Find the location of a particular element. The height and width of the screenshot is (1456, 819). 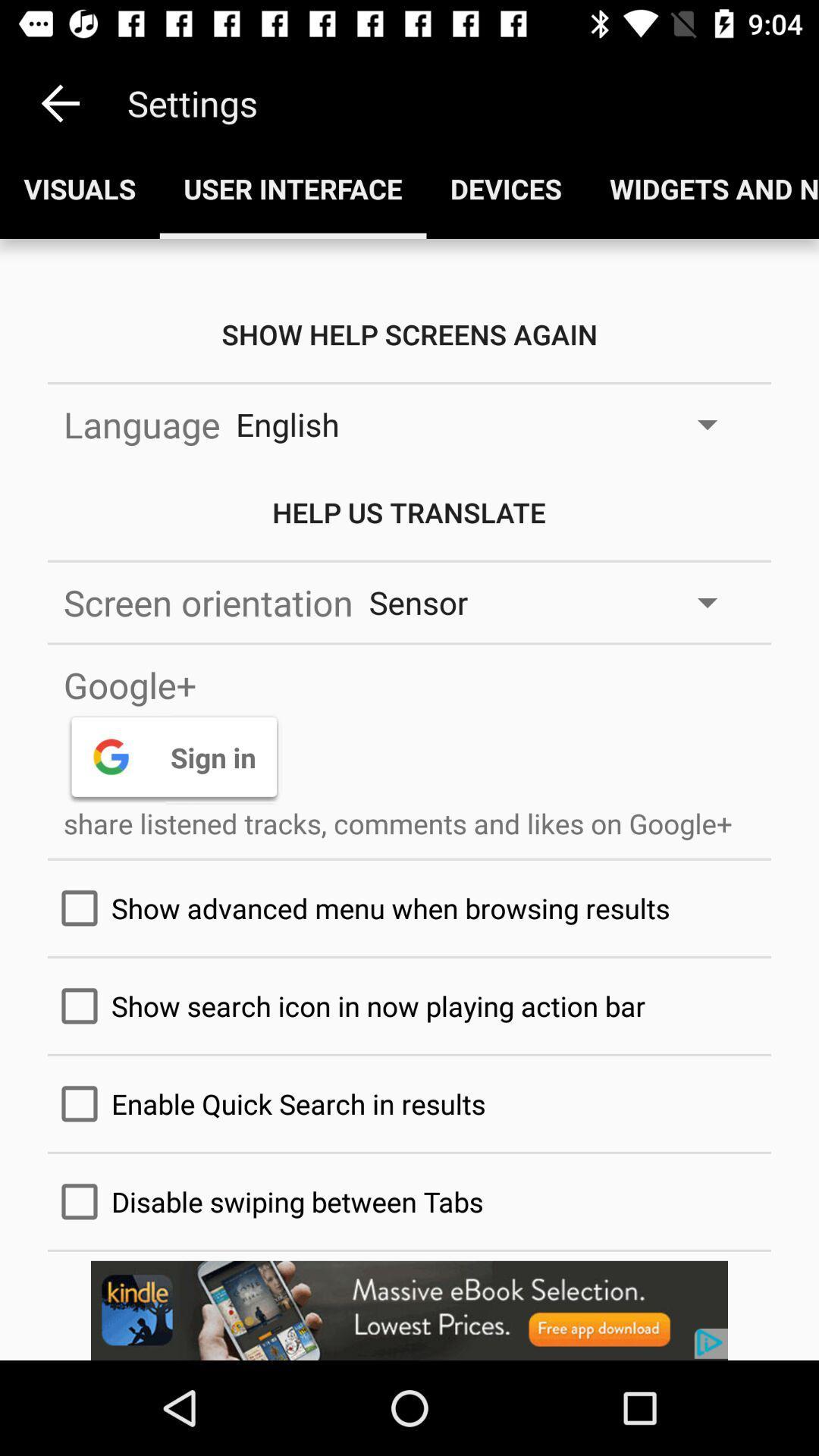

advertising area is located at coordinates (409, 1310).